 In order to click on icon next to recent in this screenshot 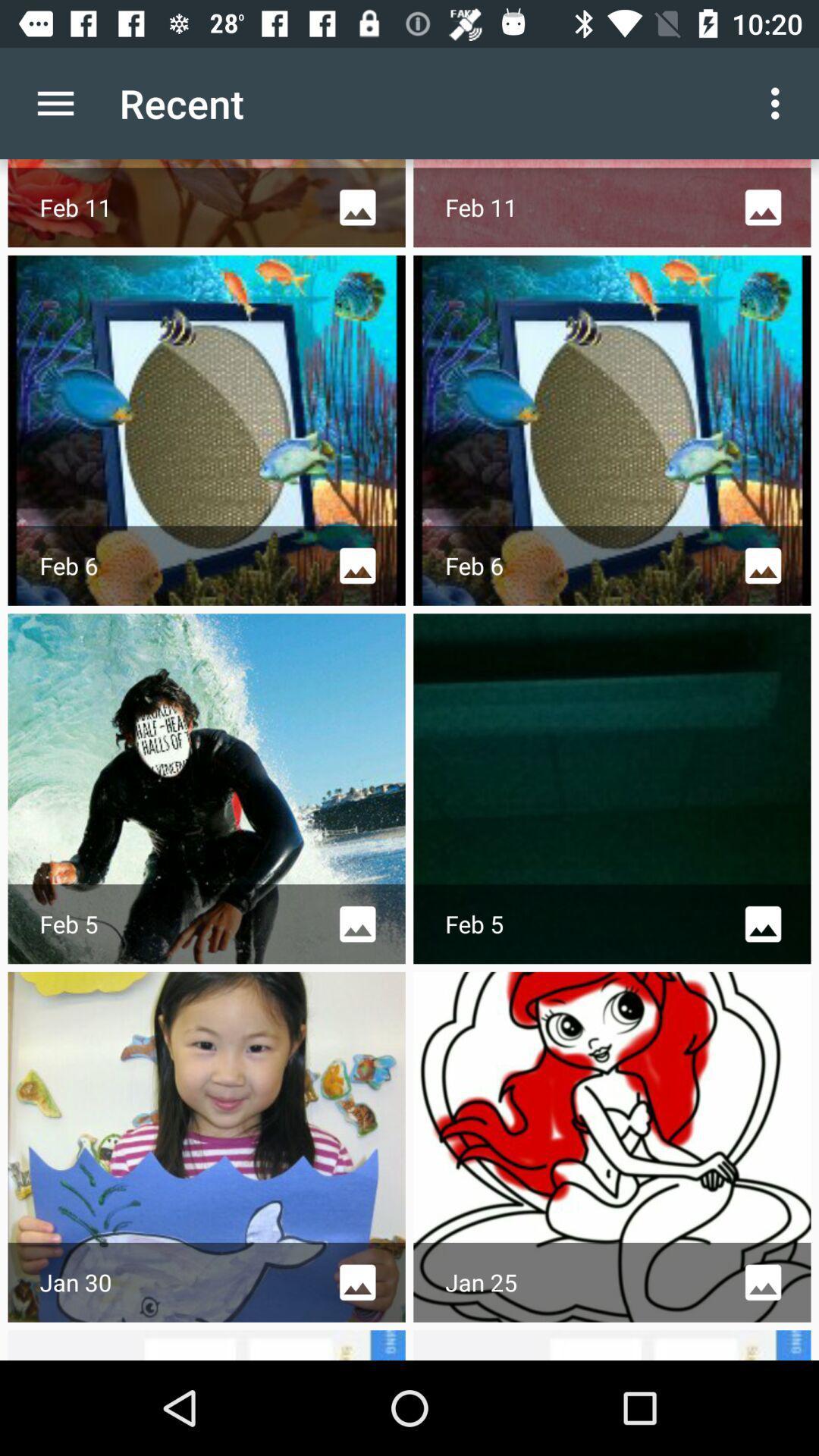, I will do `click(55, 102)`.